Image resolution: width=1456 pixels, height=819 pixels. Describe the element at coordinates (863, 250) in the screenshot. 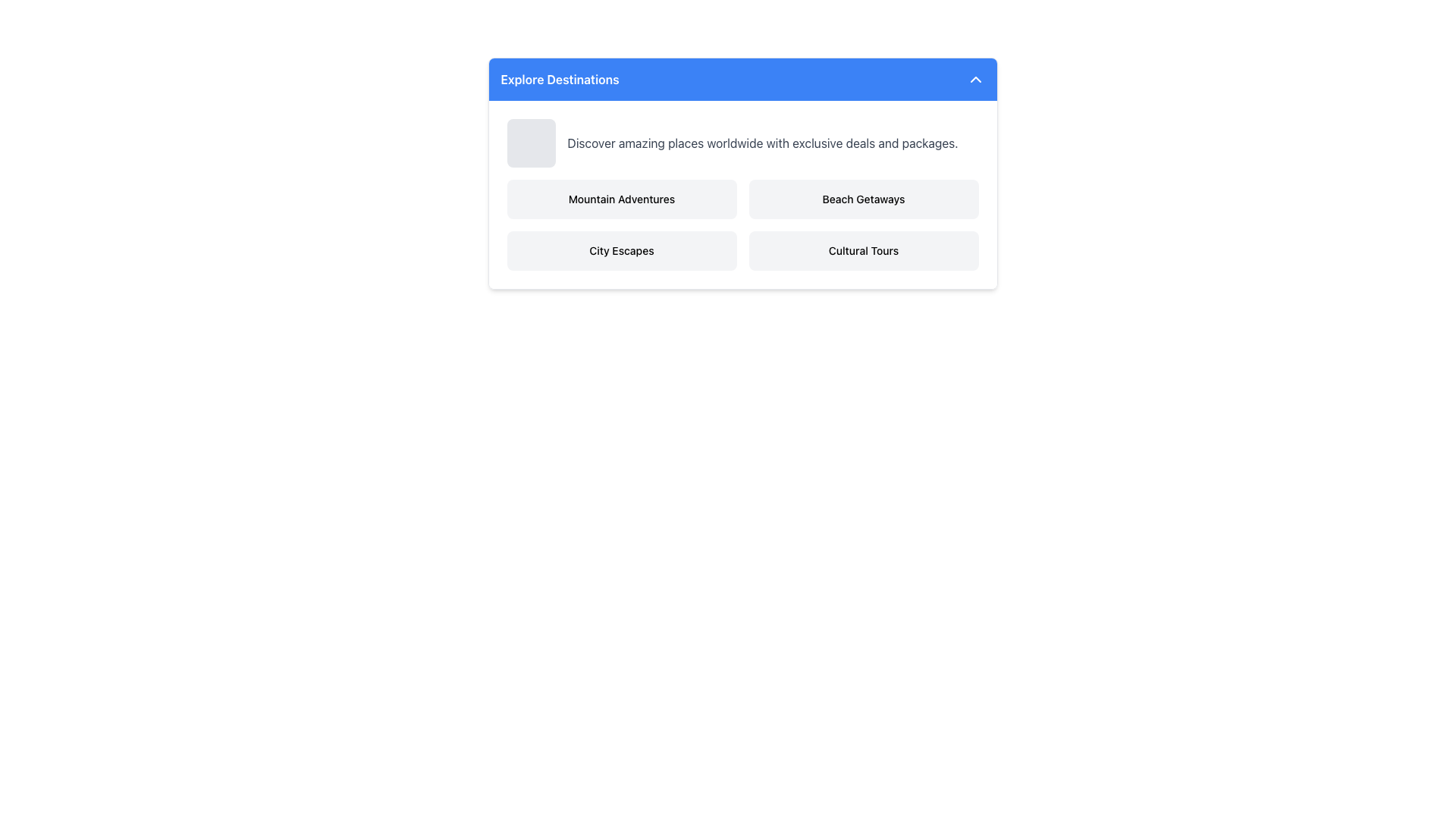

I see `the 'Cultural Tours' button, which is a rectangular button with a light gray background and black centered text, located in the bottom-right position of a grid of options` at that location.